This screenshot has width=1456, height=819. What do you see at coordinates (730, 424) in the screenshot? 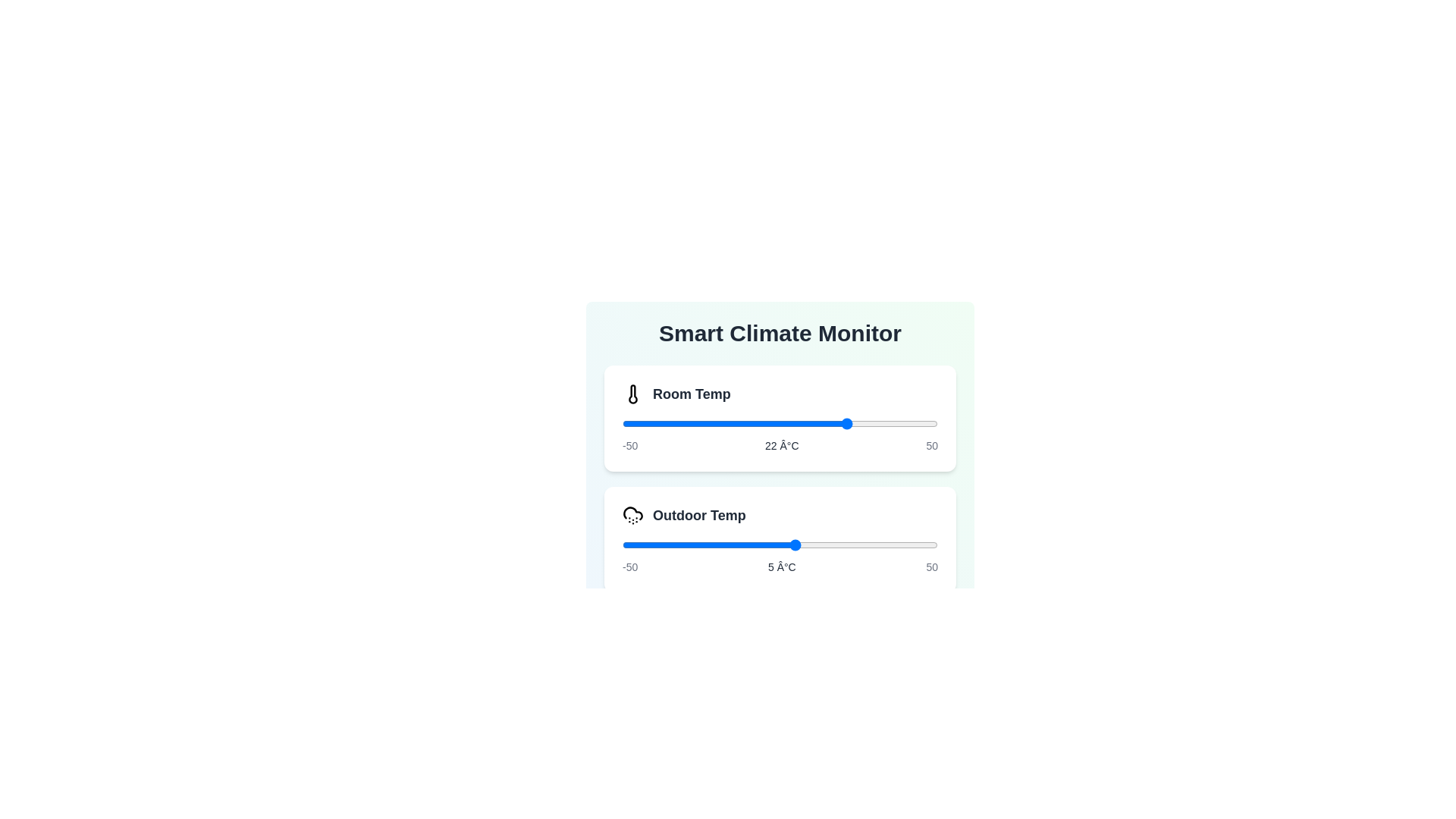
I see `the slider for 'Room Temp' to set its value to -16` at bounding box center [730, 424].